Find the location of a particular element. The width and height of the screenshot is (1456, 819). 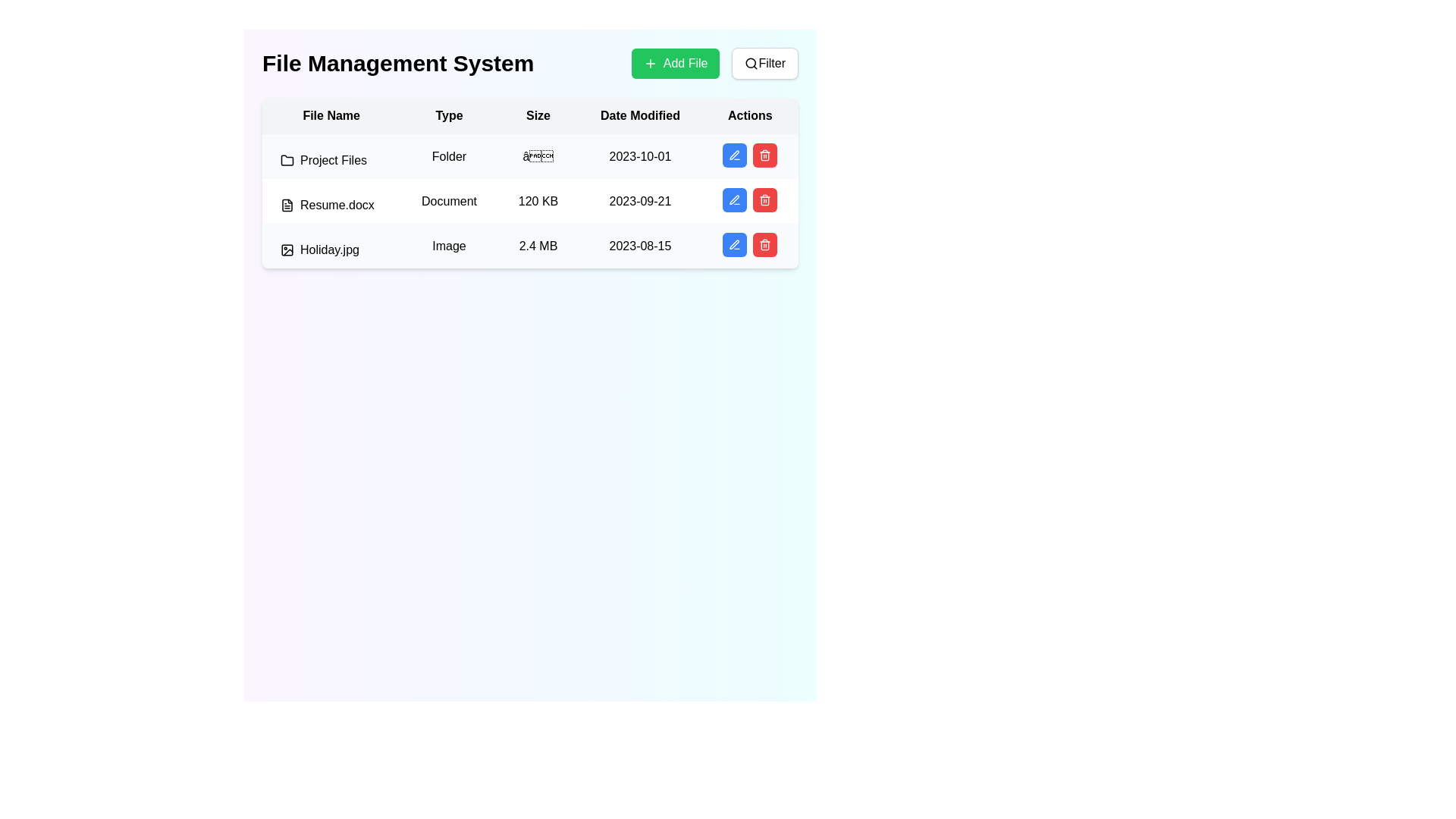

the document file icon located in the second row under the 'File Name' column, adjacent to the text 'Resume.docx' is located at coordinates (287, 205).